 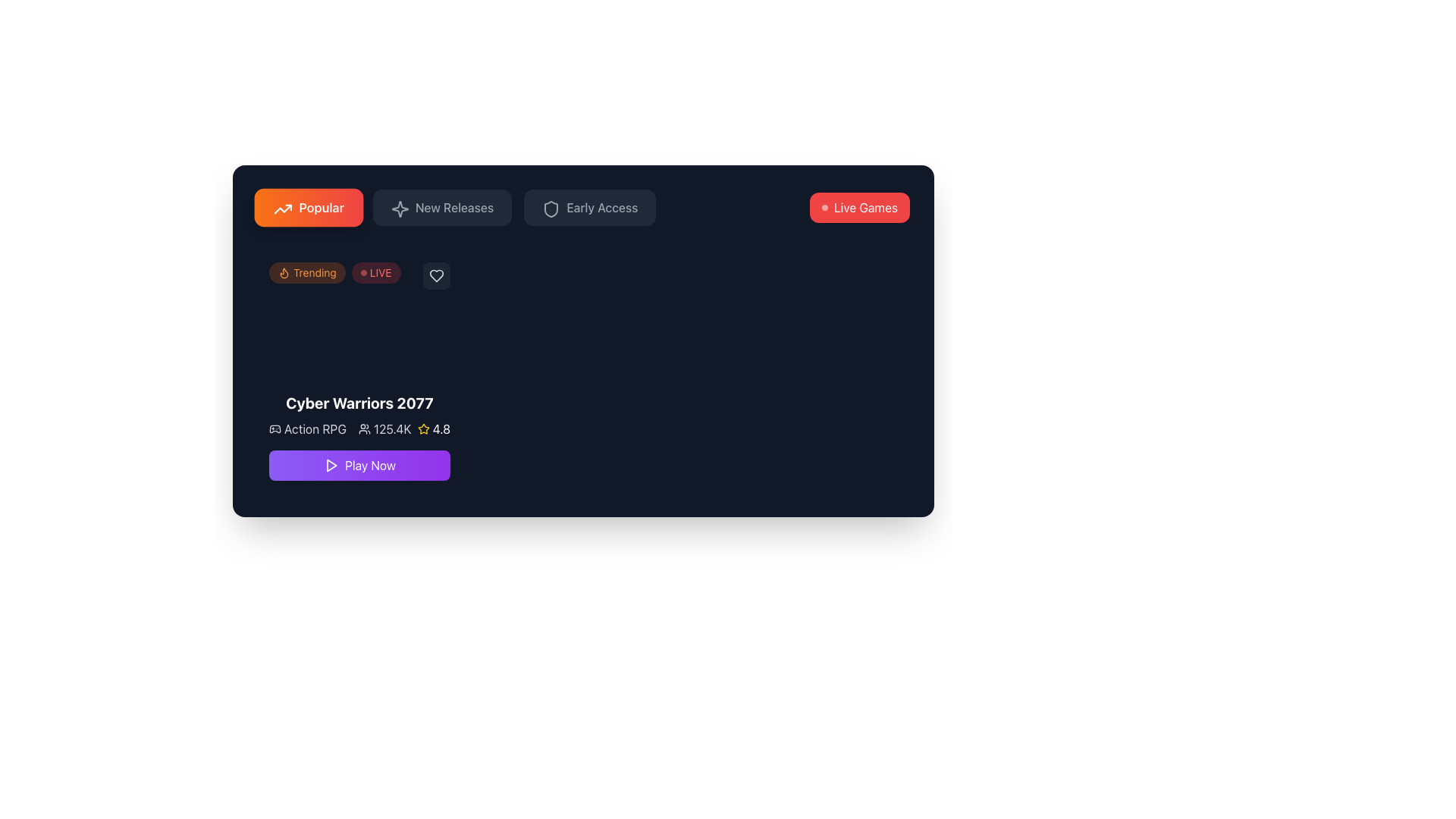 I want to click on displayed information on the Informational Panel located below the game title 'Cyber Warriors 2077' and above the 'Play Now' button, so click(x=359, y=429).